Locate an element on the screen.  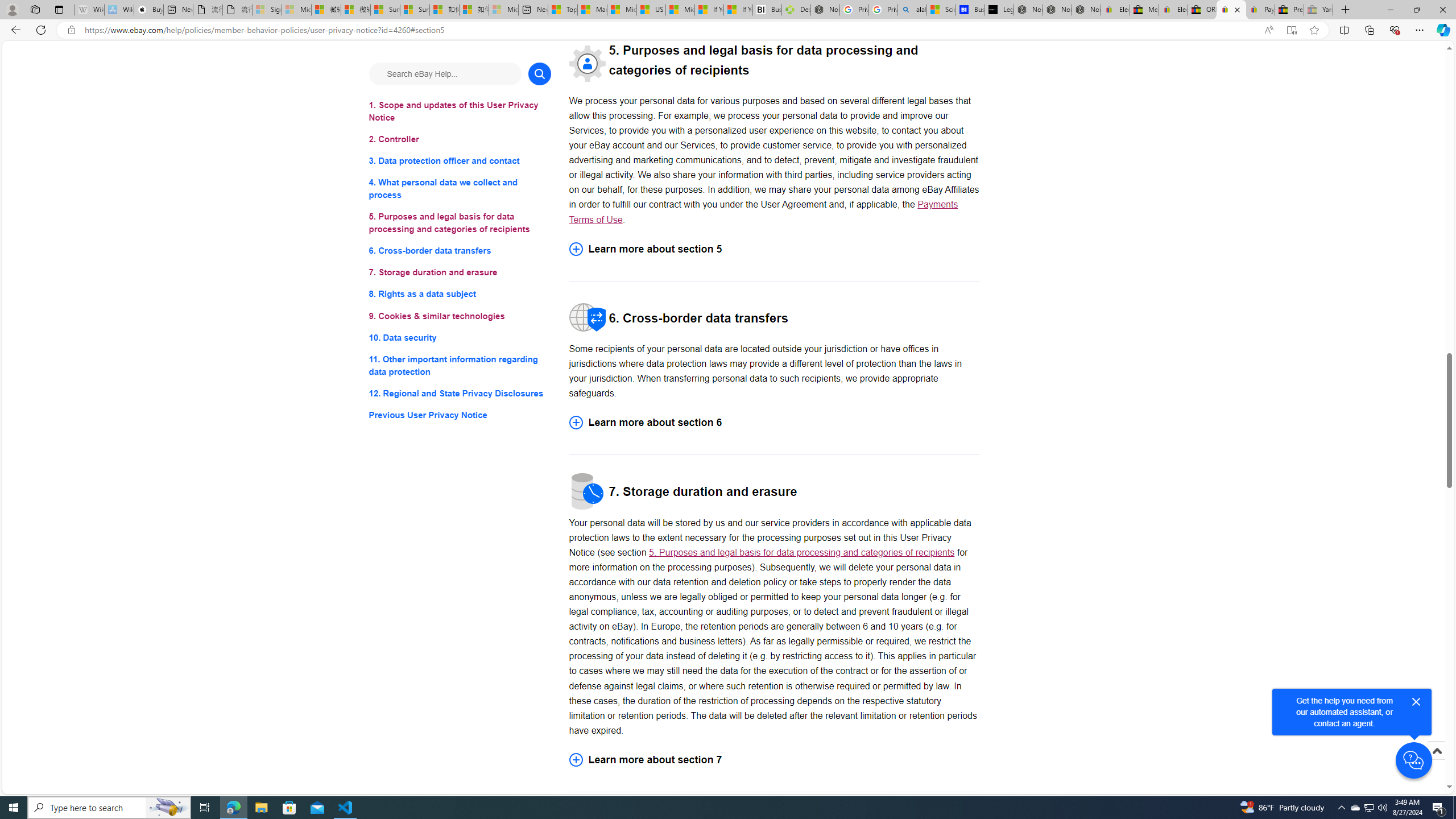
'6. Cross-border data transfers' is located at coordinates (459, 251).